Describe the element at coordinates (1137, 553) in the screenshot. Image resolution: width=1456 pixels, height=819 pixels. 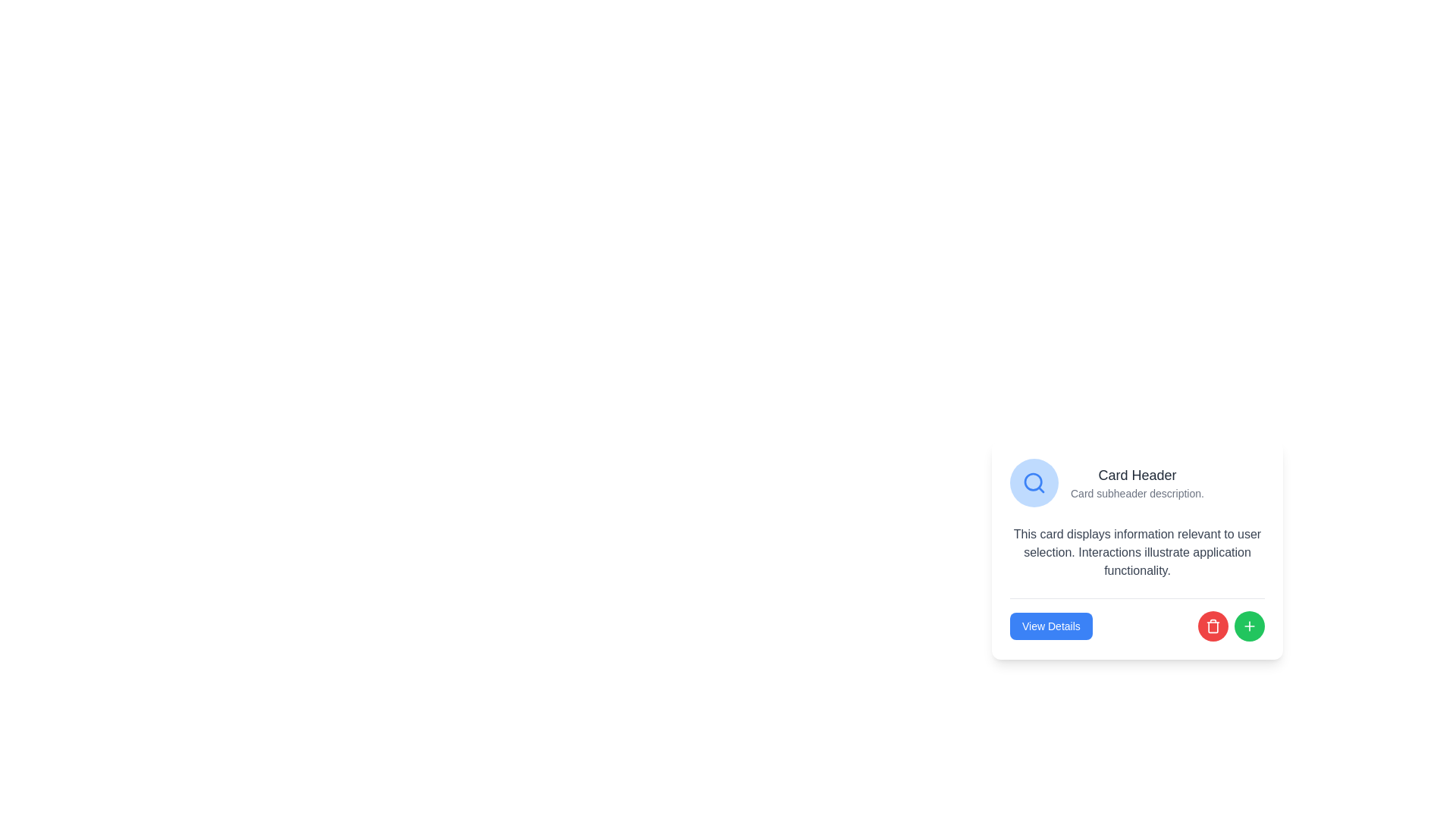
I see `gray text block that displays information relevant to user selection, located centrally within the card layout below the header and above the buttons` at that location.